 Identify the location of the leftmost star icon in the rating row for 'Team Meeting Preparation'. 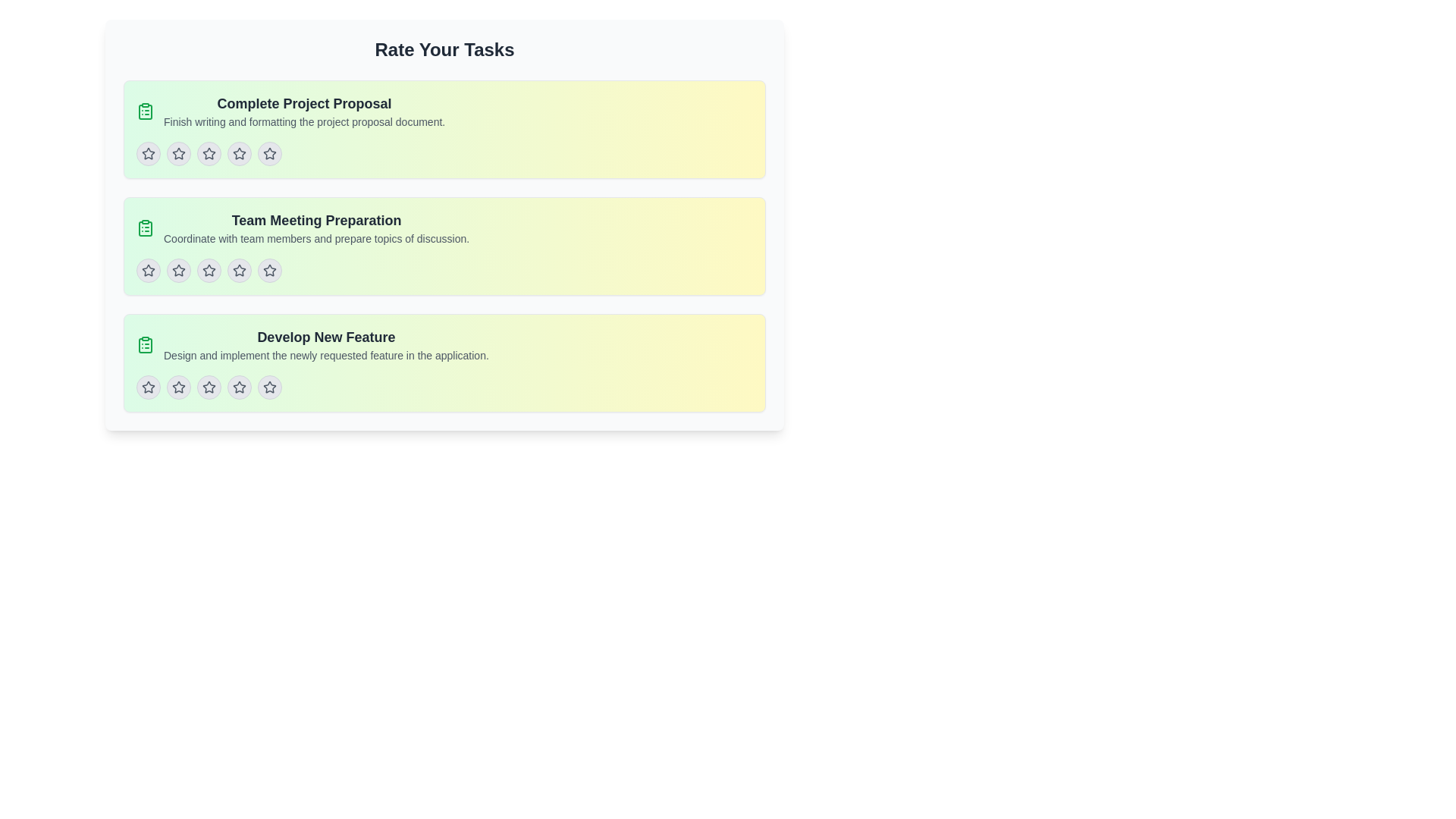
(149, 270).